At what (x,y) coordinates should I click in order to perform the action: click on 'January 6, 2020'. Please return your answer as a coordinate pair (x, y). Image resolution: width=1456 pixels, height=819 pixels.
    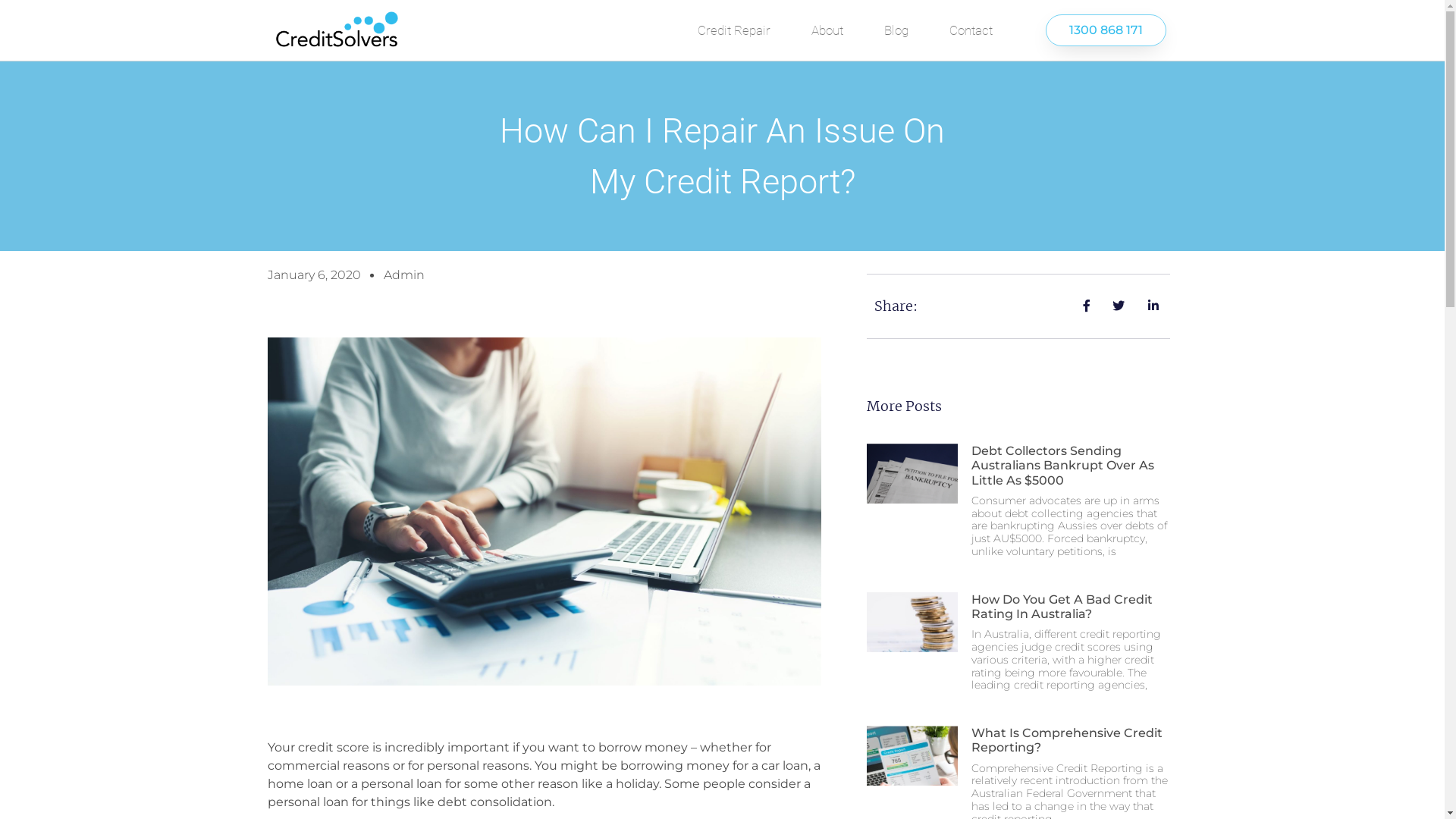
    Looking at the image, I should click on (312, 275).